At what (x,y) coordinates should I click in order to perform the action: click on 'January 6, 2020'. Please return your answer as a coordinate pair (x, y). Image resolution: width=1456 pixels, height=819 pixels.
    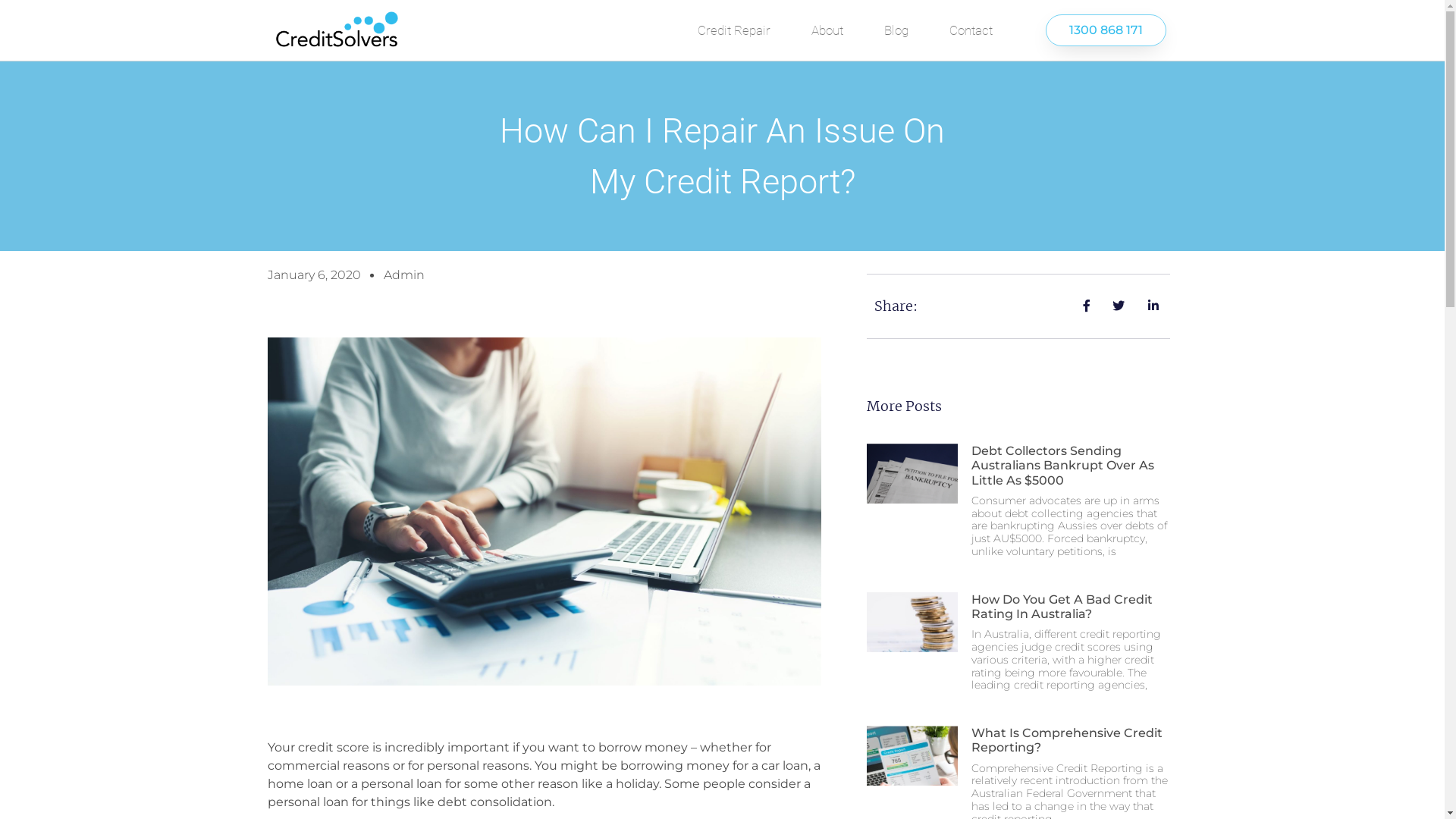
    Looking at the image, I should click on (312, 275).